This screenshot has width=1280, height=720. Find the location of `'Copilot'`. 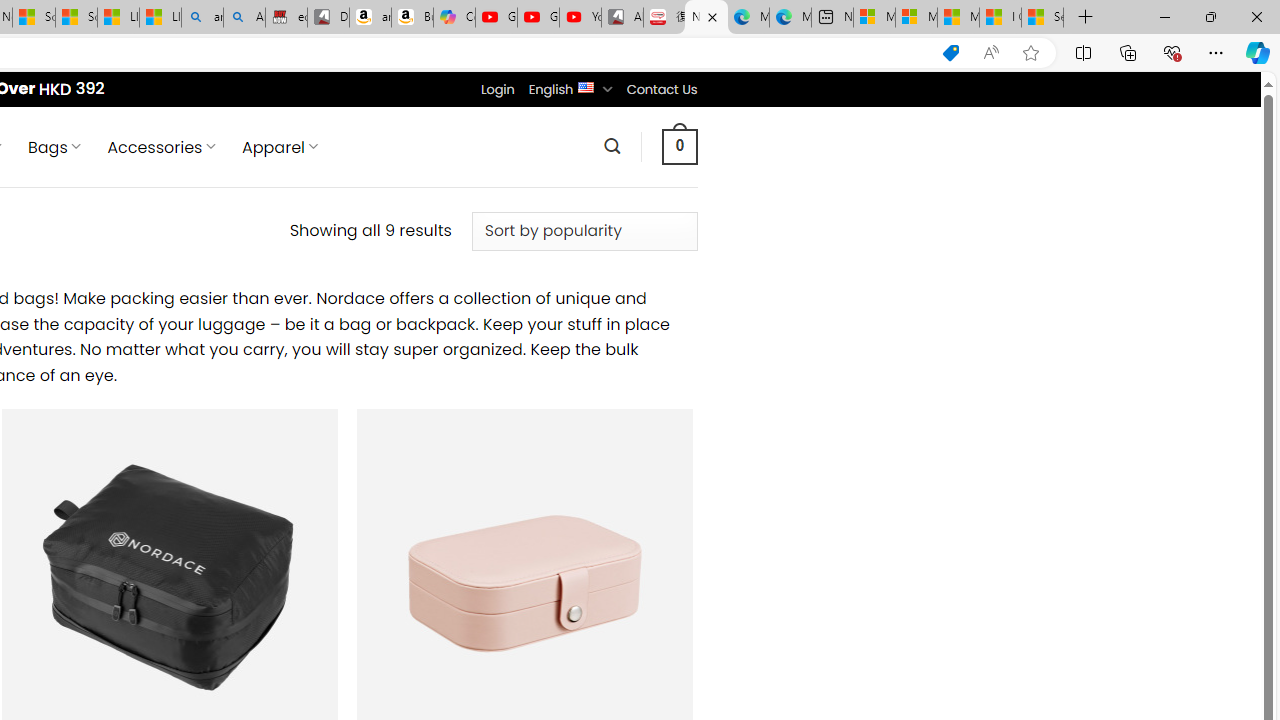

'Copilot' is located at coordinates (453, 17).